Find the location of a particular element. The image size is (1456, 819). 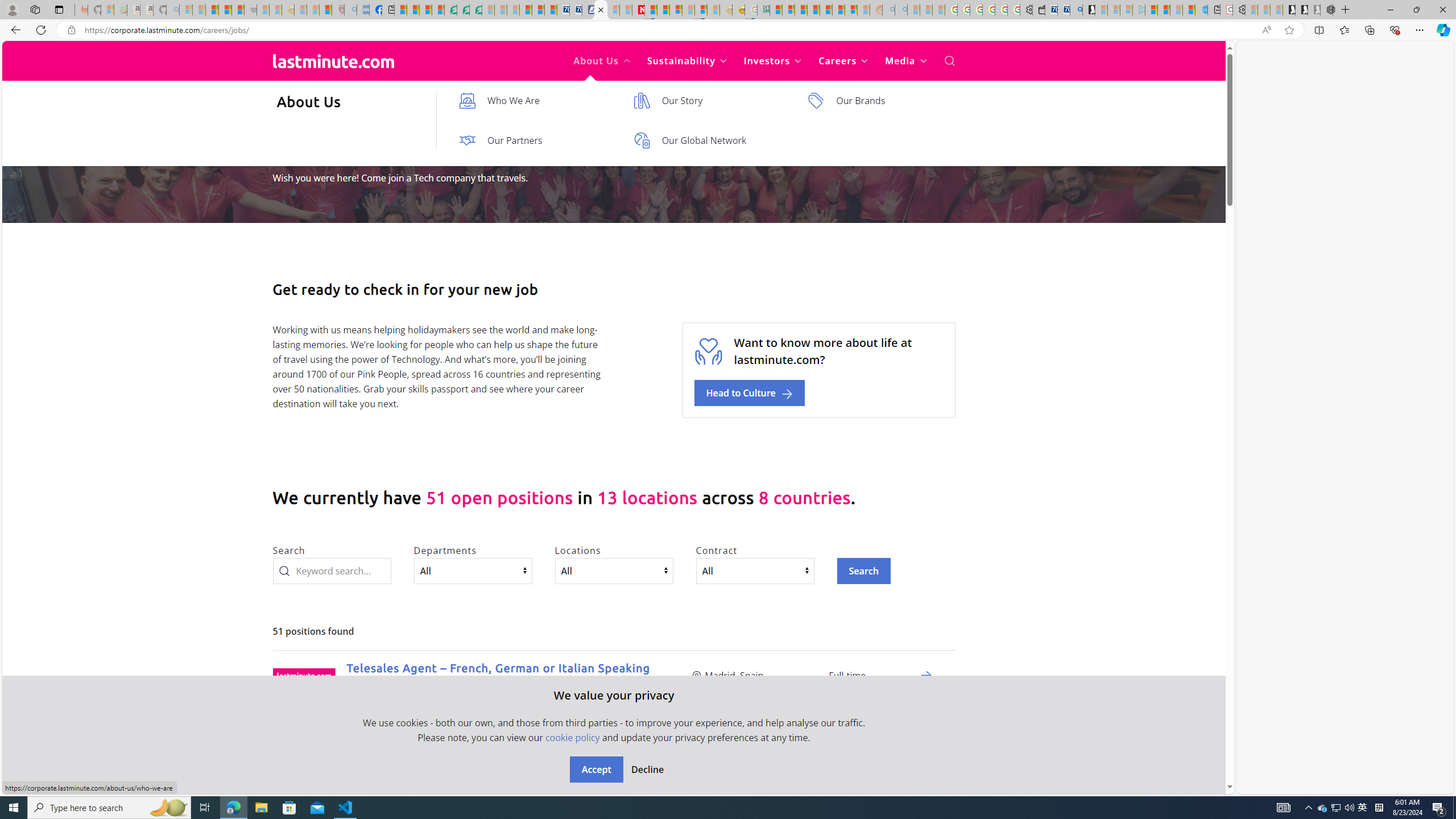

'list of asthma inhalers uk - Search - Sleeping' is located at coordinates (350, 9).